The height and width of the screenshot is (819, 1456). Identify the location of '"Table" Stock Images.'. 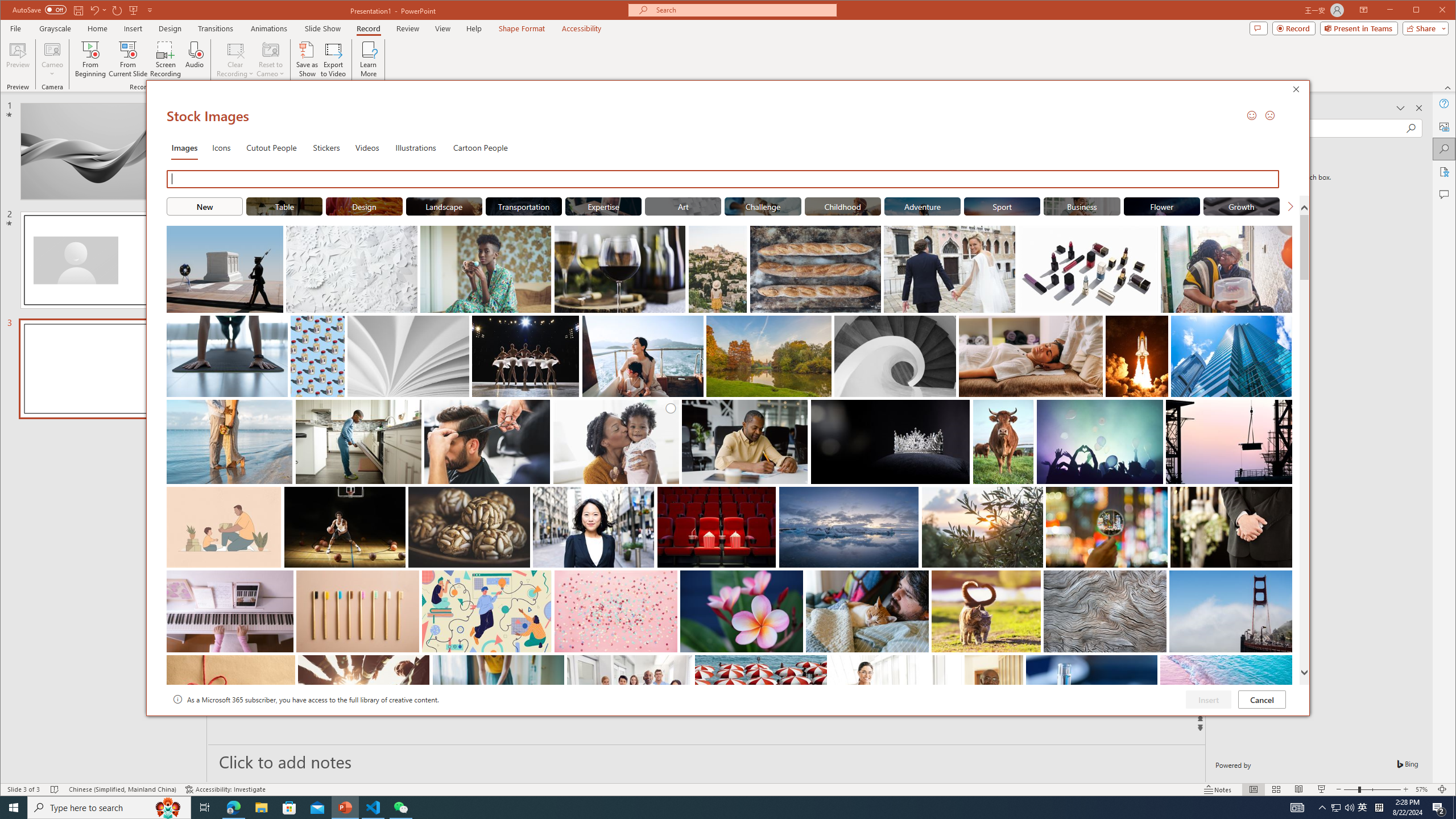
(283, 205).